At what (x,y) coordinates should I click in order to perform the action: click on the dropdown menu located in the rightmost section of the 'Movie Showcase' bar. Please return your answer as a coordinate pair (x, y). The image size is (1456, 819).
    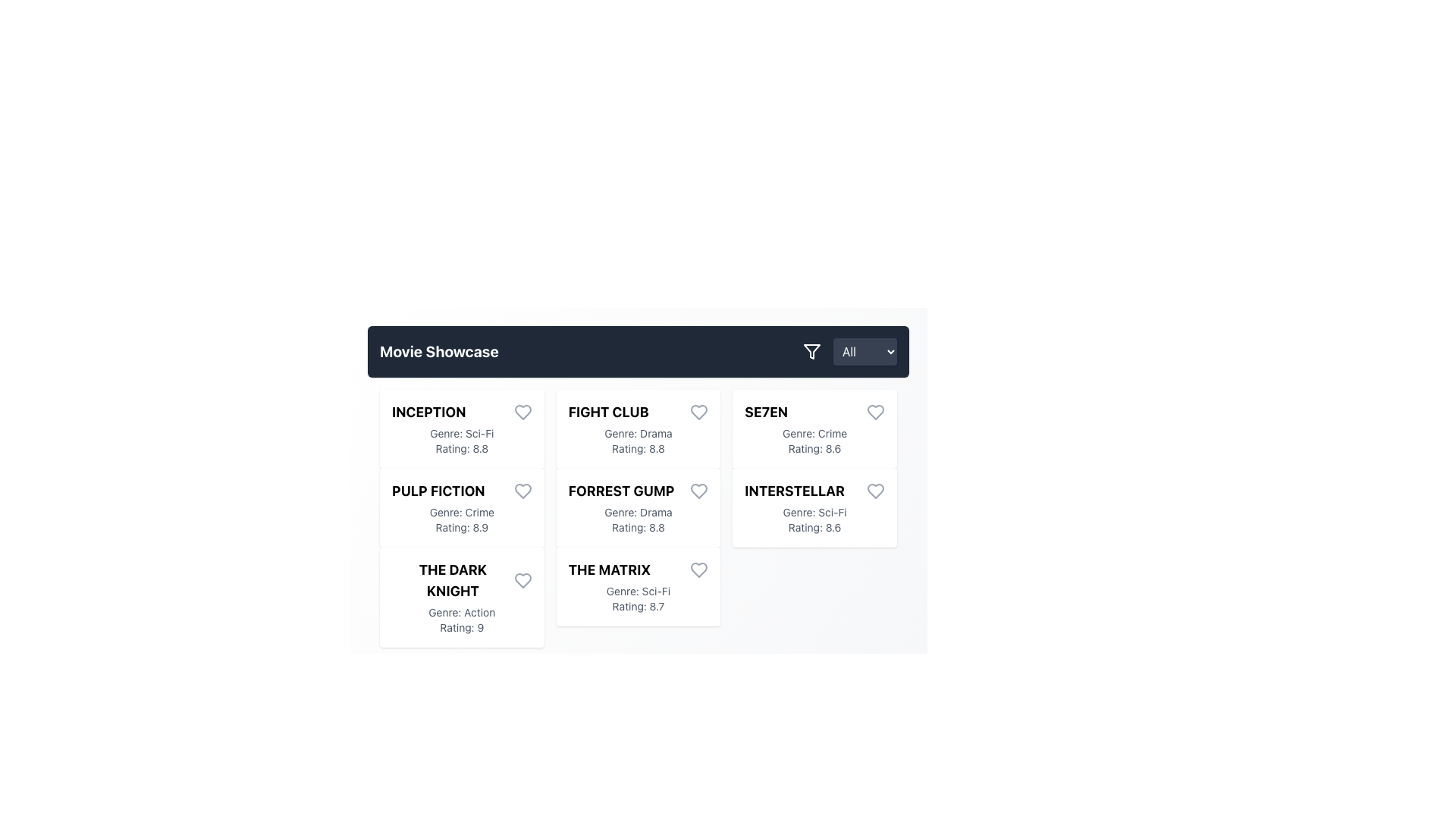
    Looking at the image, I should click on (850, 351).